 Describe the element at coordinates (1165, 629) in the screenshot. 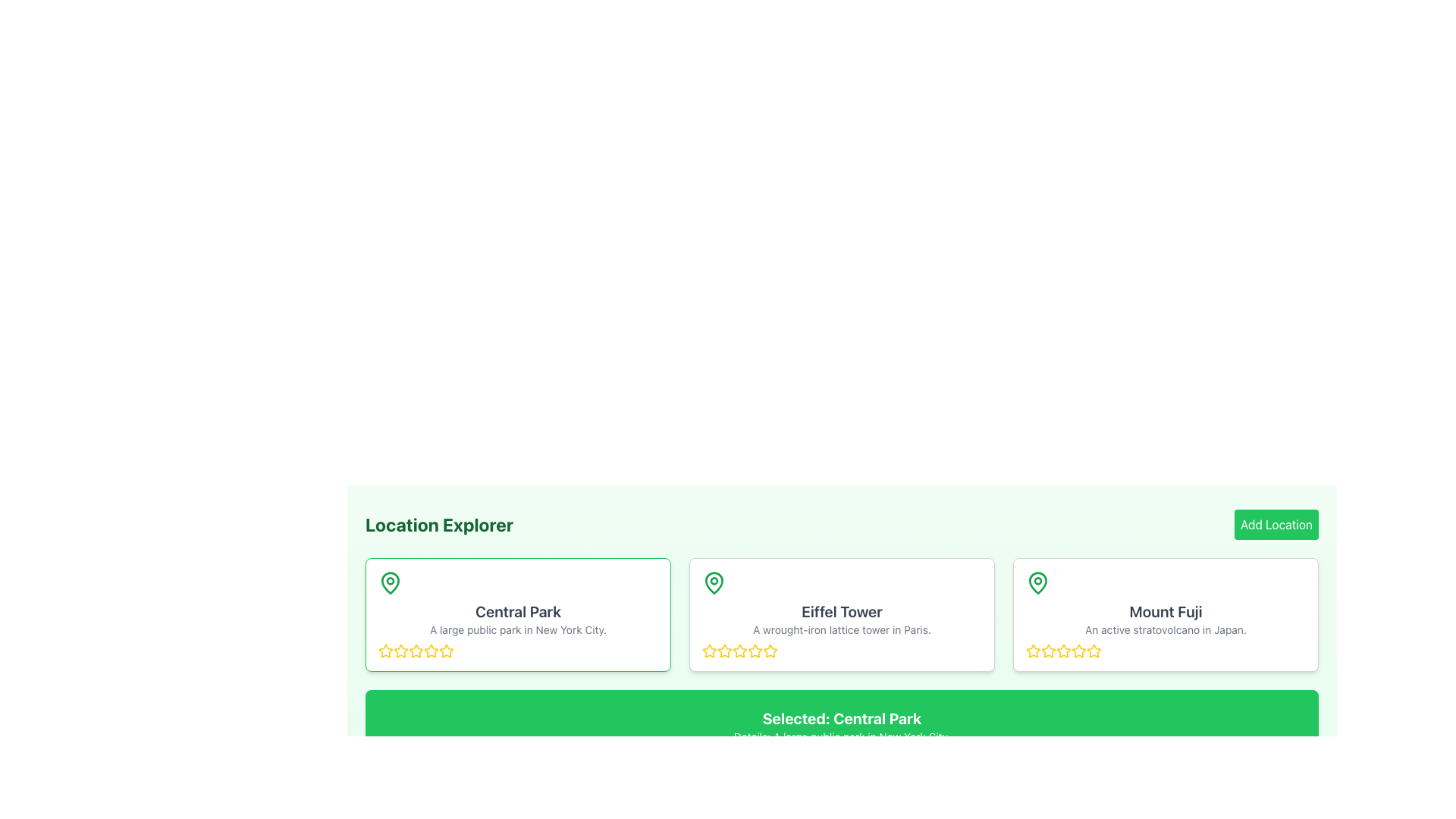

I see `the static text element that reads 'An active stratovolcano in Japan.' which is located in the card labeled 'Mount Fuji', positioned below the title 'Mount Fuji' and above a row of yellow stars` at that location.